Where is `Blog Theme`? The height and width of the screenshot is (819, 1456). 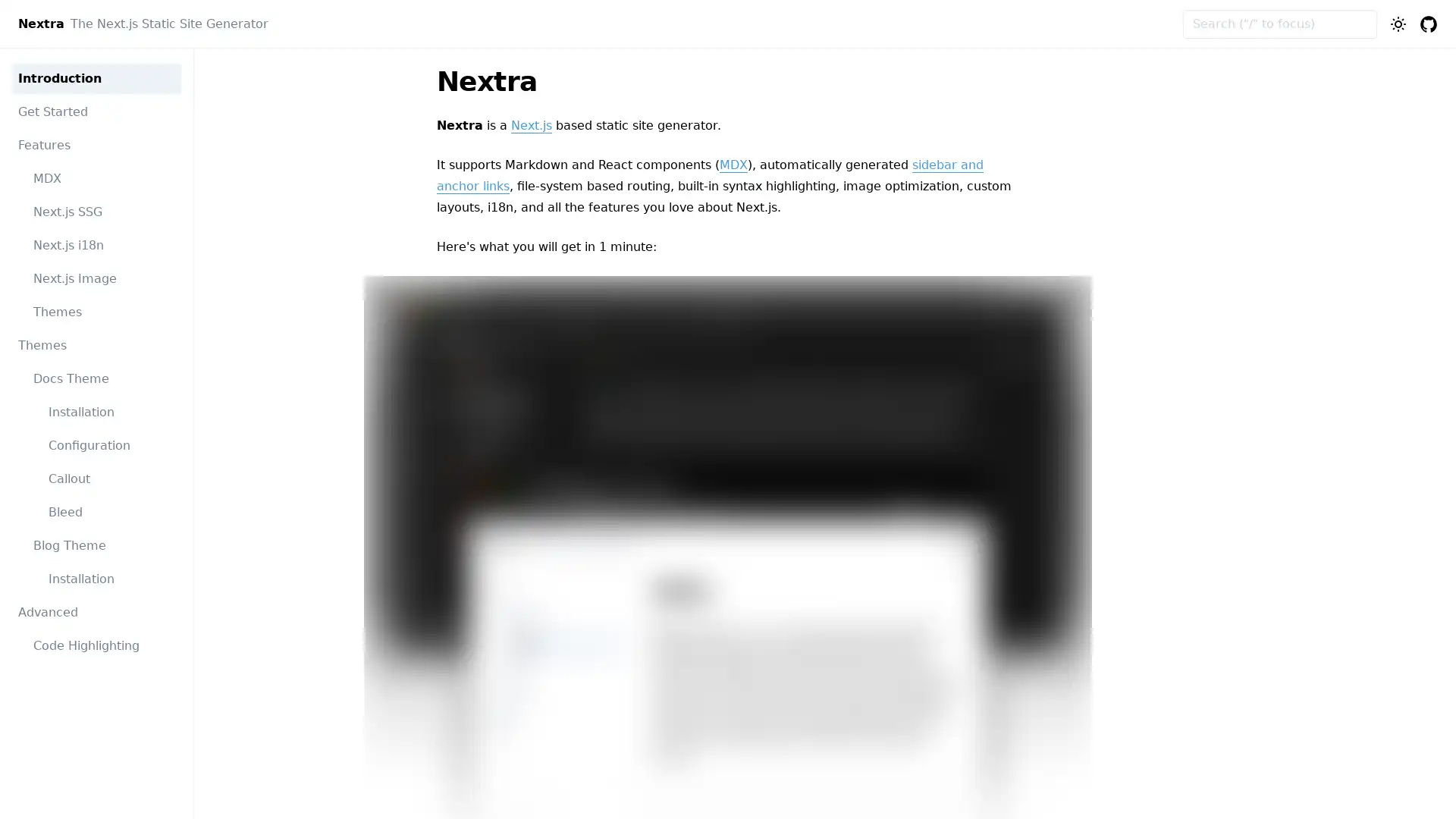 Blog Theme is located at coordinates (103, 546).